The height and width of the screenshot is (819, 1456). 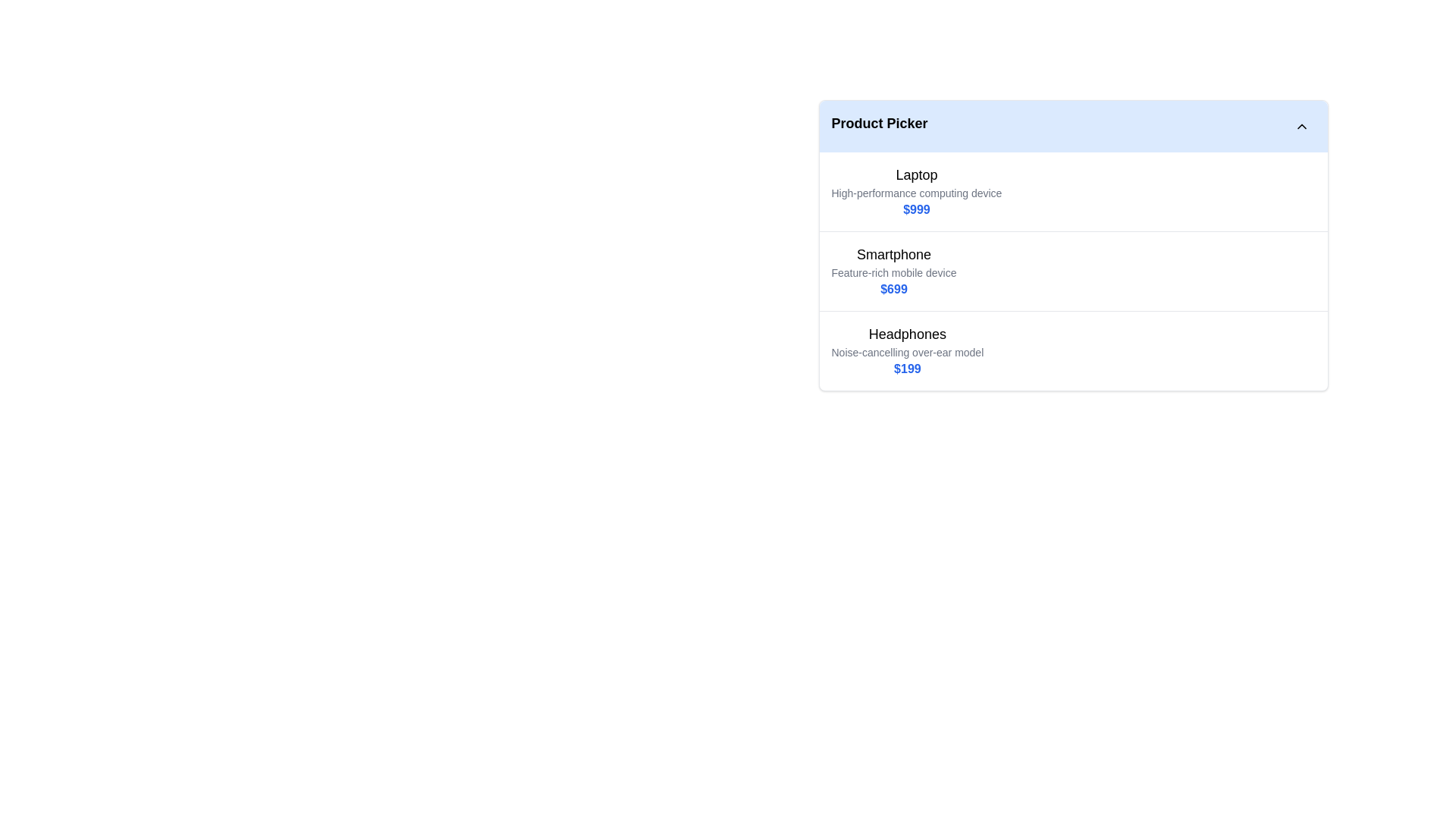 What do you see at coordinates (907, 369) in the screenshot?
I see `the text label displaying the price '$199' in bold blue font within the 'Product Picker' interface under the 'Headphones' section` at bounding box center [907, 369].